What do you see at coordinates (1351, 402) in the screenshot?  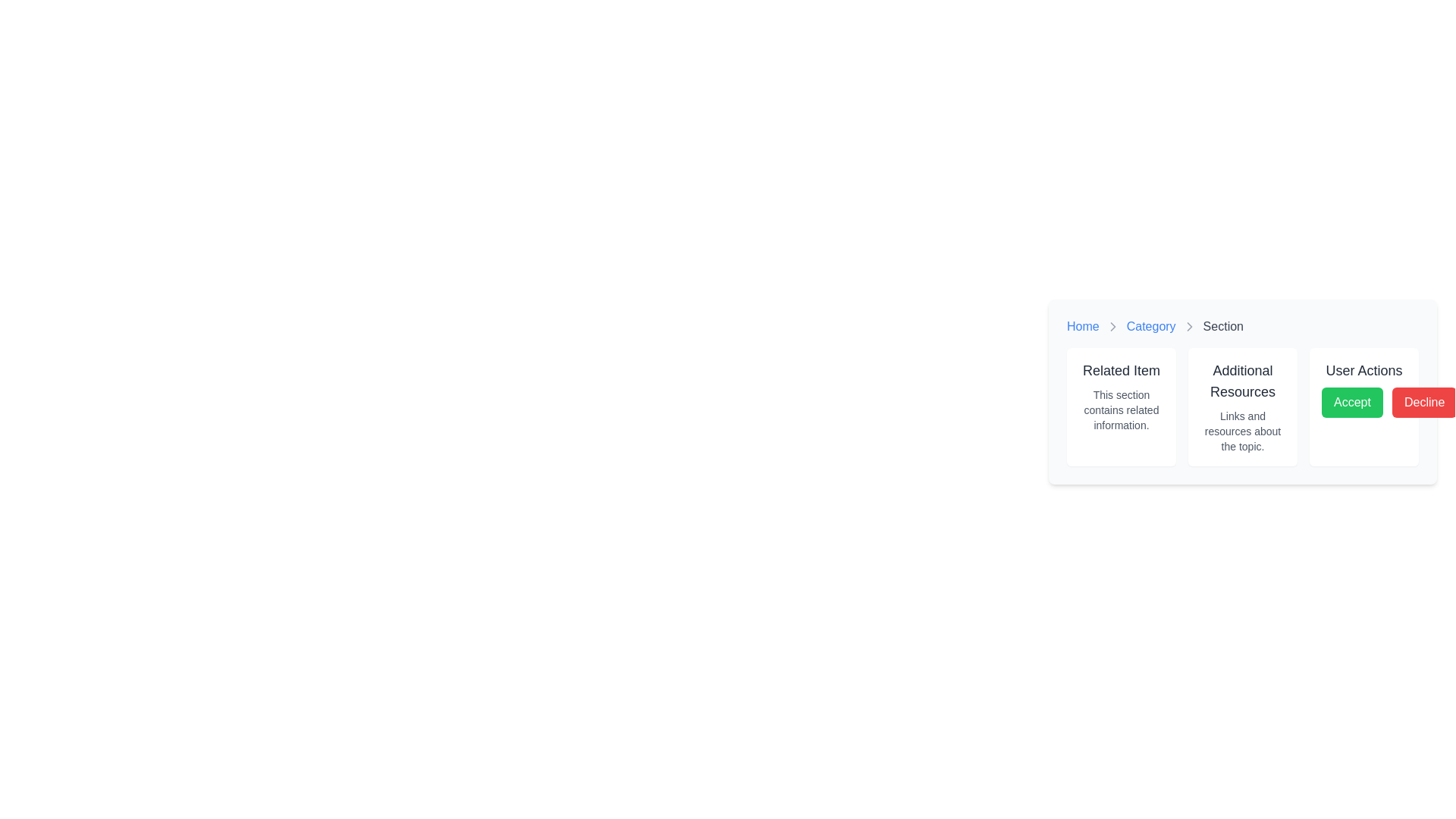 I see `the 'Accept' button located within the 'User Actions' button group` at bounding box center [1351, 402].